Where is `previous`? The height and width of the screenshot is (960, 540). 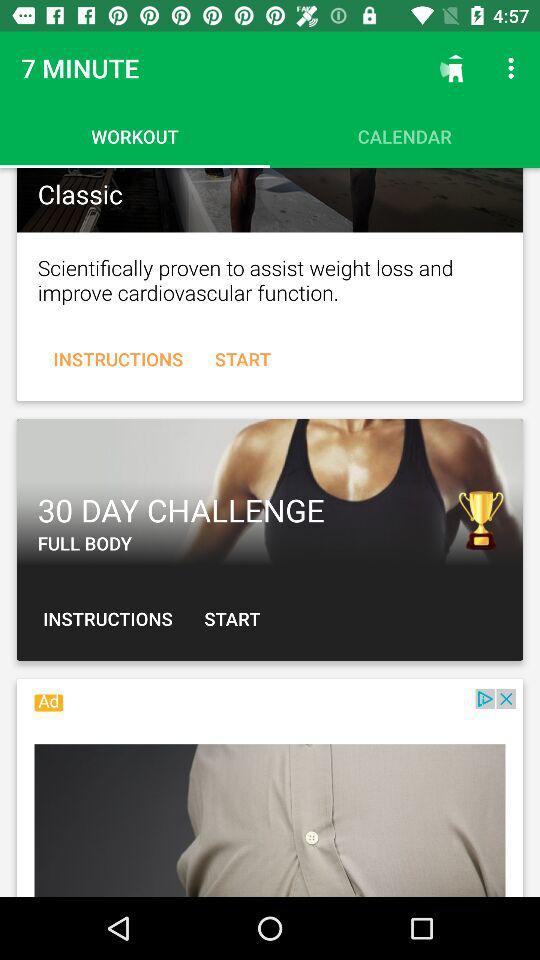 previous is located at coordinates (270, 491).